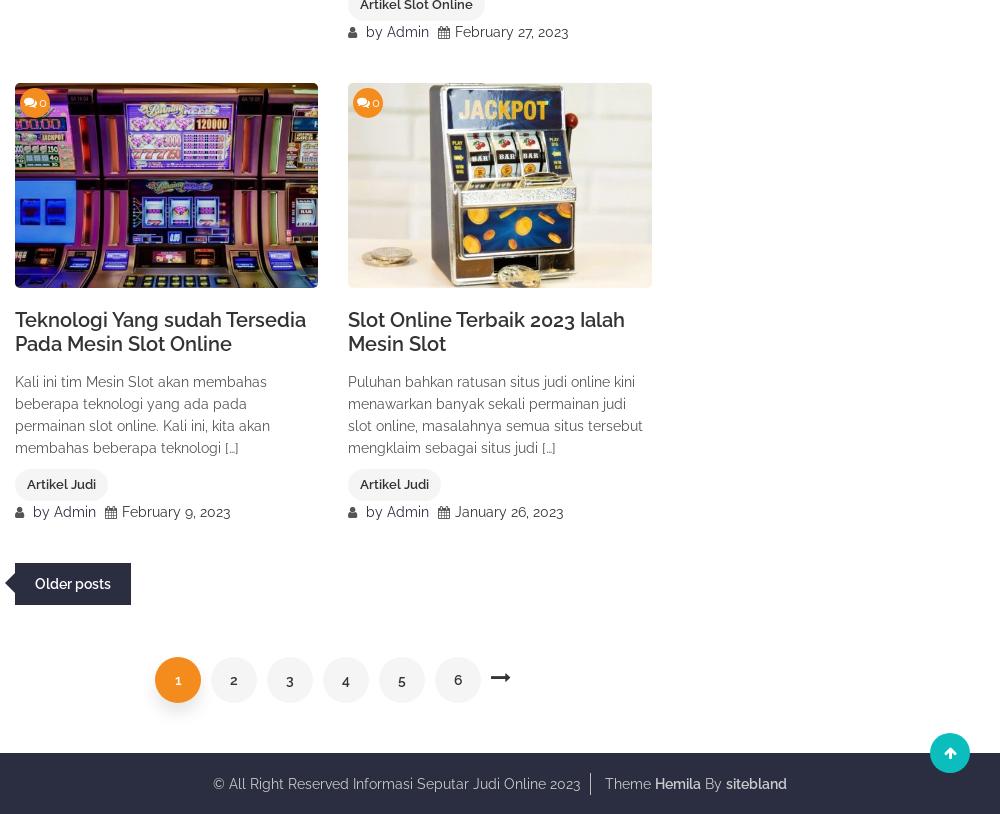  I want to click on 'Hemila', so click(655, 783).